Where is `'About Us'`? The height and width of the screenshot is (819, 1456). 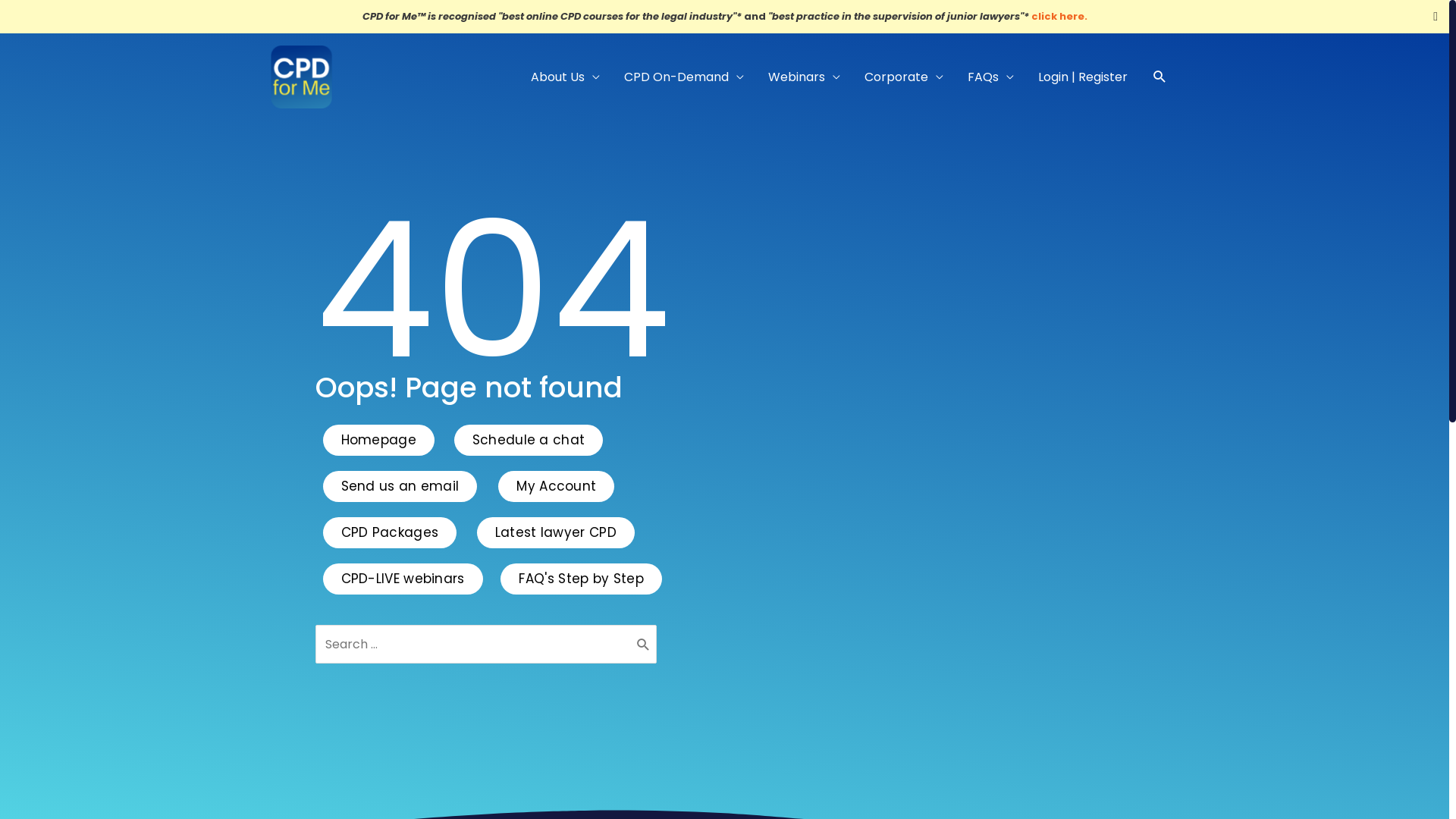 'About Us' is located at coordinates (564, 77).